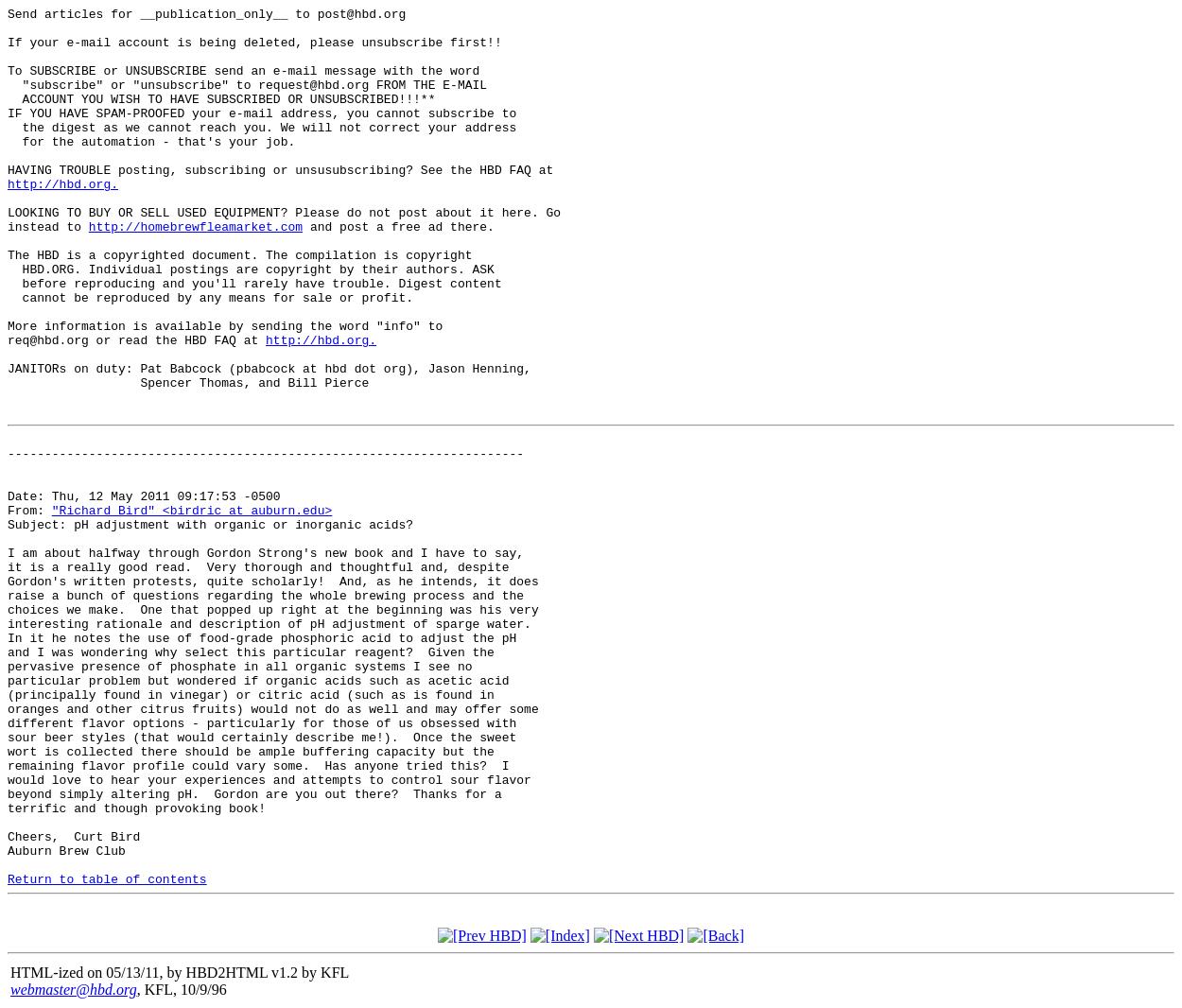 Image resolution: width=1182 pixels, height=1008 pixels. Describe the element at coordinates (258, 283) in the screenshot. I see `'and post a free ad there.

The HBD is a copyrighted document. The compilation is copyright 
  HBD.ORG. Individual postings are copyright by their authors. ASK 
  before reproducing and you'll rarely have trouble. Digest content 
  cannot be reproduced by any means for sale or profit.

More information is available by sending the word "info" to 
req@hbd.org or read the HBD FAQ at'` at that location.